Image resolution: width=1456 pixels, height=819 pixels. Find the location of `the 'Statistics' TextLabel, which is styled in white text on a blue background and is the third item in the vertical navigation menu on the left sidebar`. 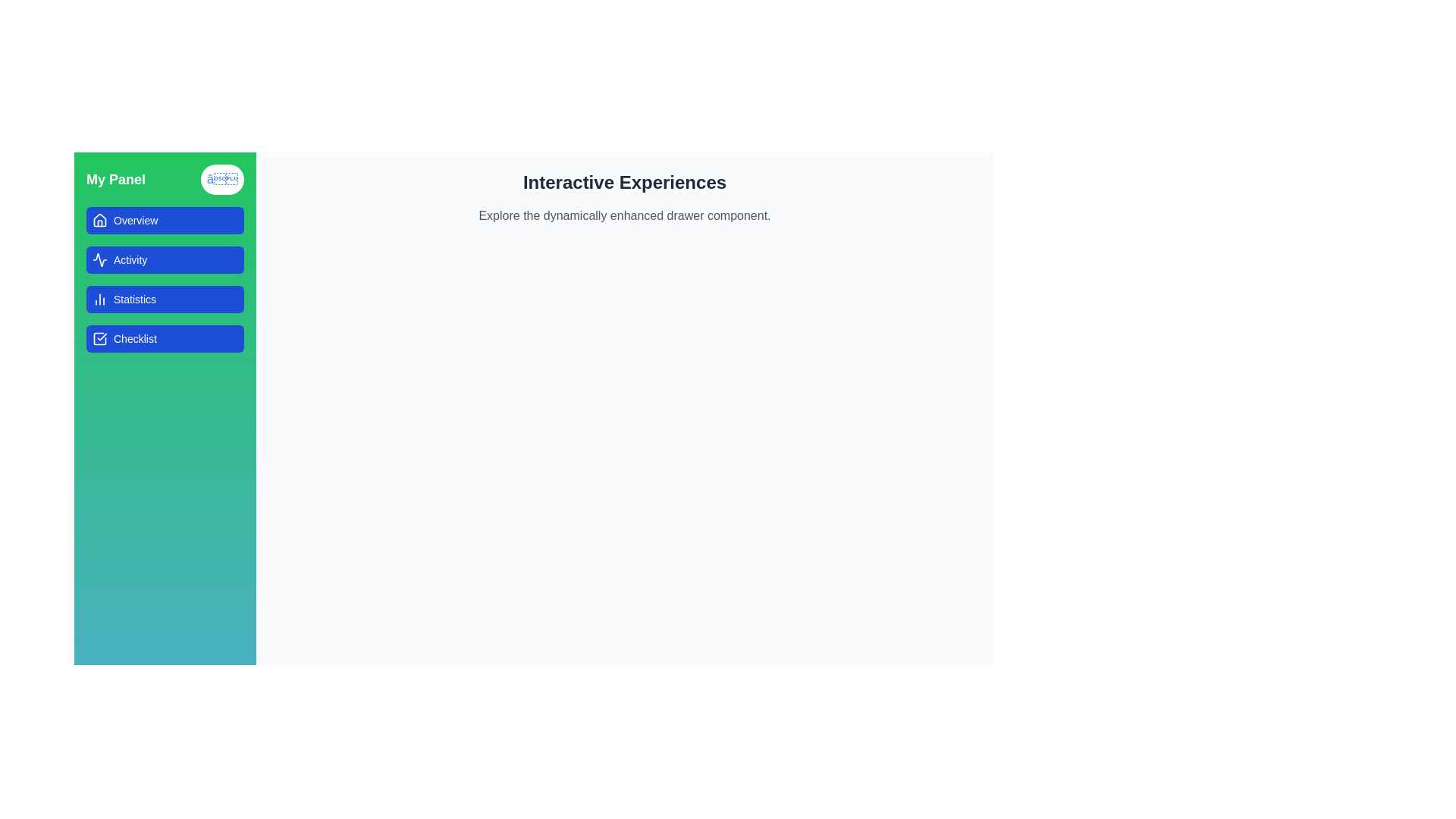

the 'Statistics' TextLabel, which is styled in white text on a blue background and is the third item in the vertical navigation menu on the left sidebar is located at coordinates (134, 299).